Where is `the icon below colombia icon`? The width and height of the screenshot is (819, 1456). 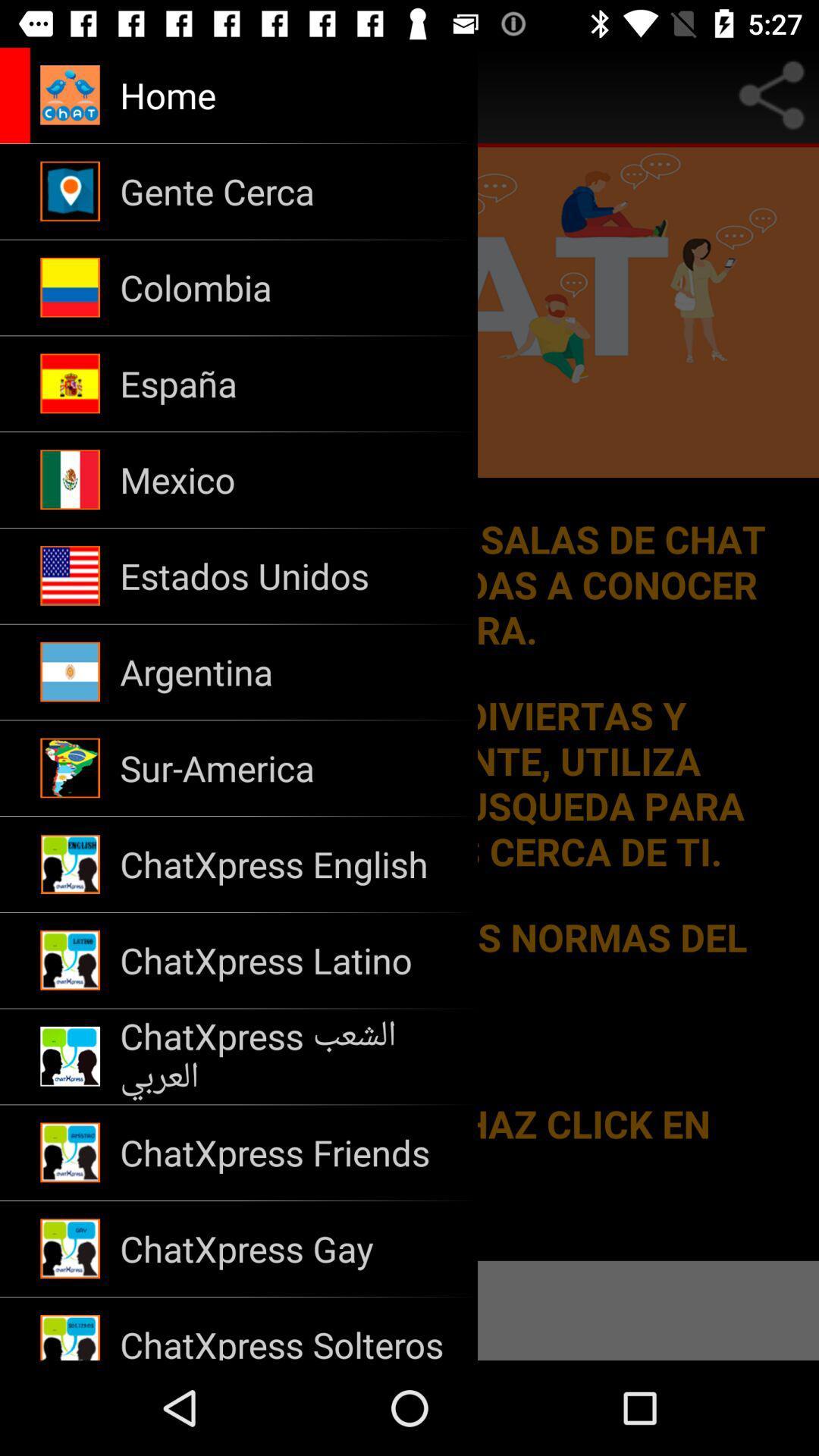
the icon below colombia icon is located at coordinates (289, 384).